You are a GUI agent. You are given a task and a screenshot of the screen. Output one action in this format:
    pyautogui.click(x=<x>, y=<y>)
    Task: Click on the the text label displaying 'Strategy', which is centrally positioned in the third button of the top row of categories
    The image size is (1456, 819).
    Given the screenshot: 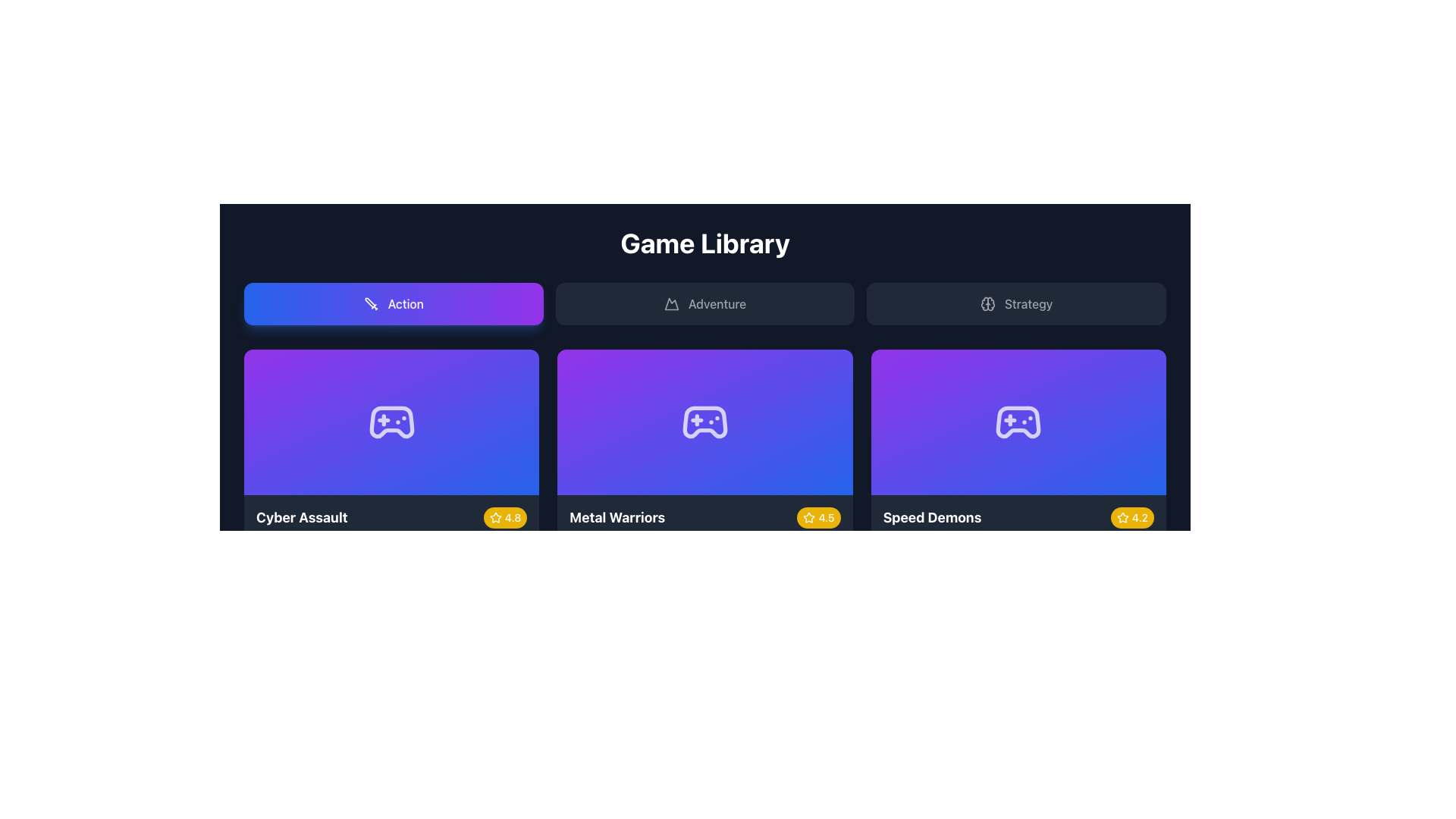 What is the action you would take?
    pyautogui.click(x=1028, y=304)
    